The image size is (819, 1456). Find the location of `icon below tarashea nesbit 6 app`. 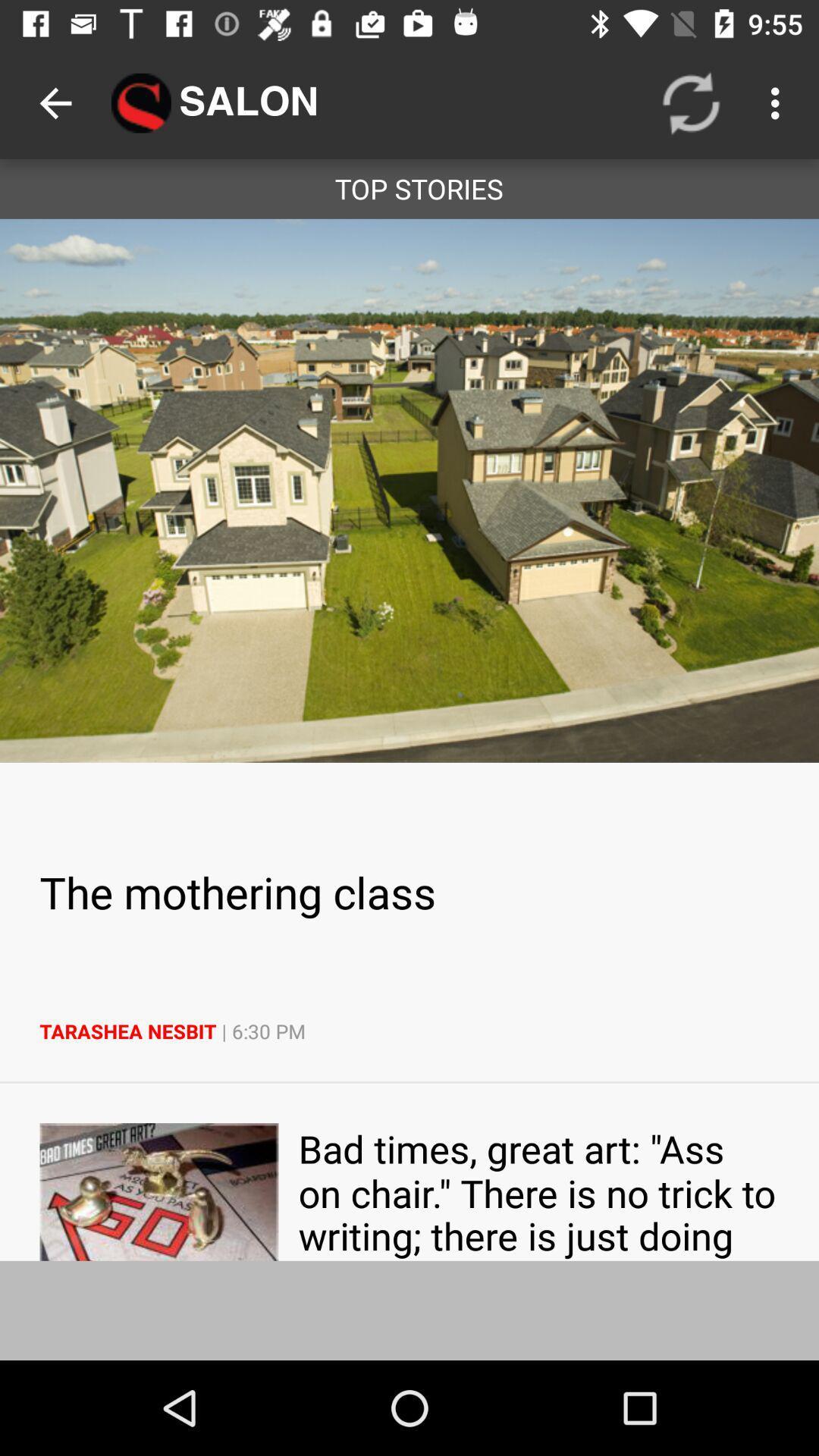

icon below tarashea nesbit 6 app is located at coordinates (538, 1191).